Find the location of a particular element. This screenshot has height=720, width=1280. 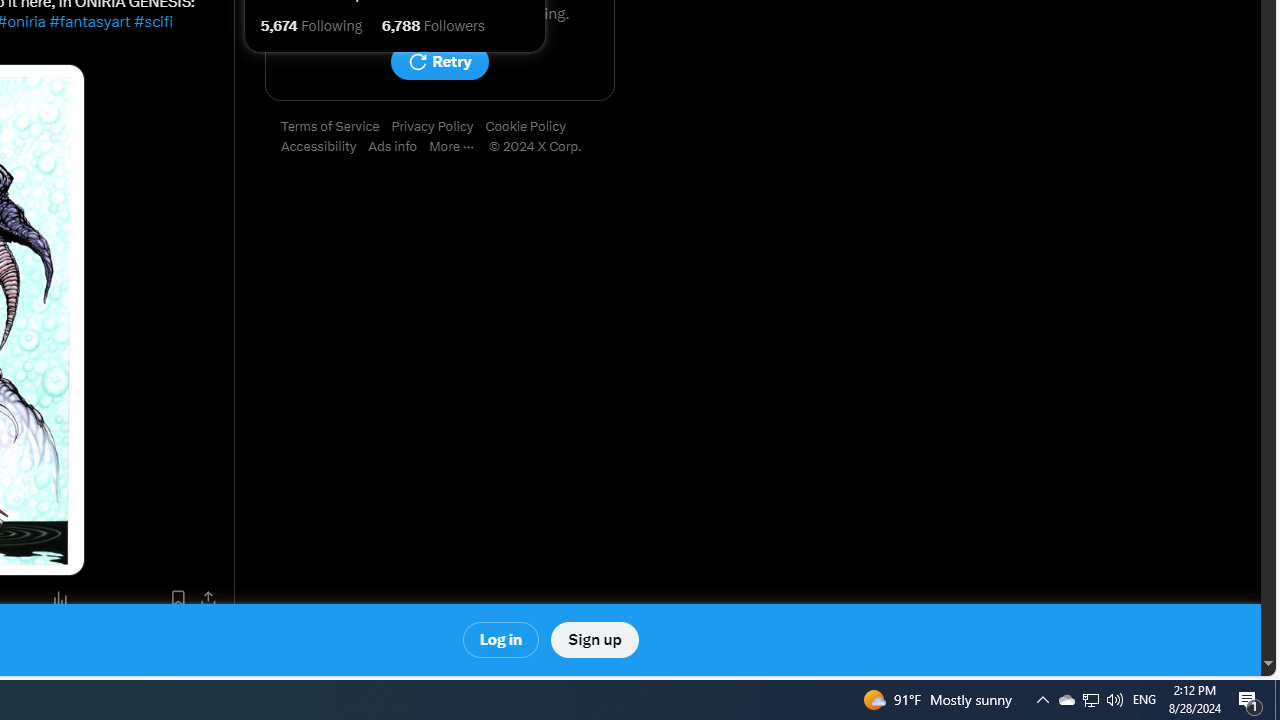

'Cookie Policy' is located at coordinates (531, 127).